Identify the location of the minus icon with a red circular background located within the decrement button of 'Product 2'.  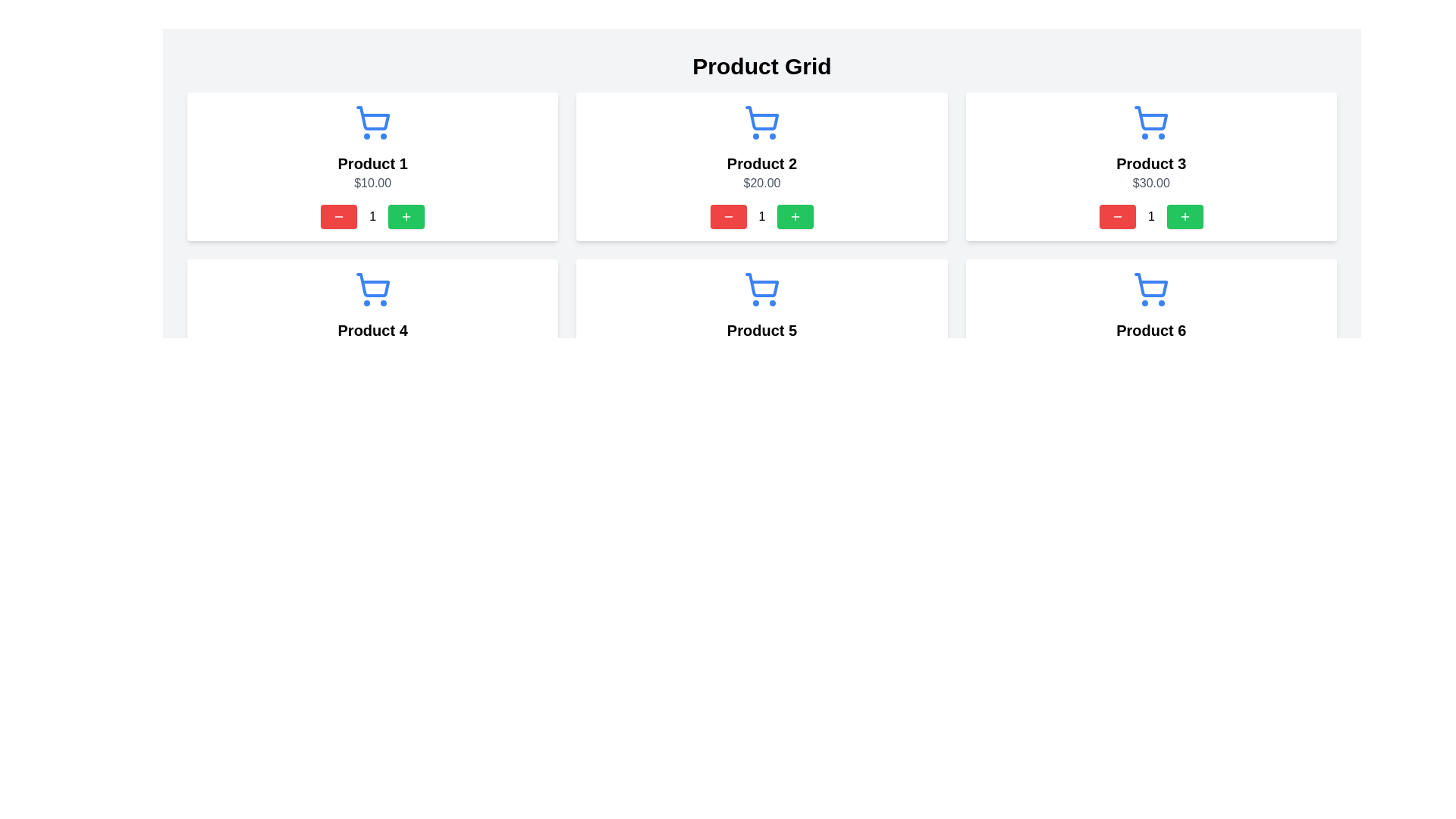
(728, 216).